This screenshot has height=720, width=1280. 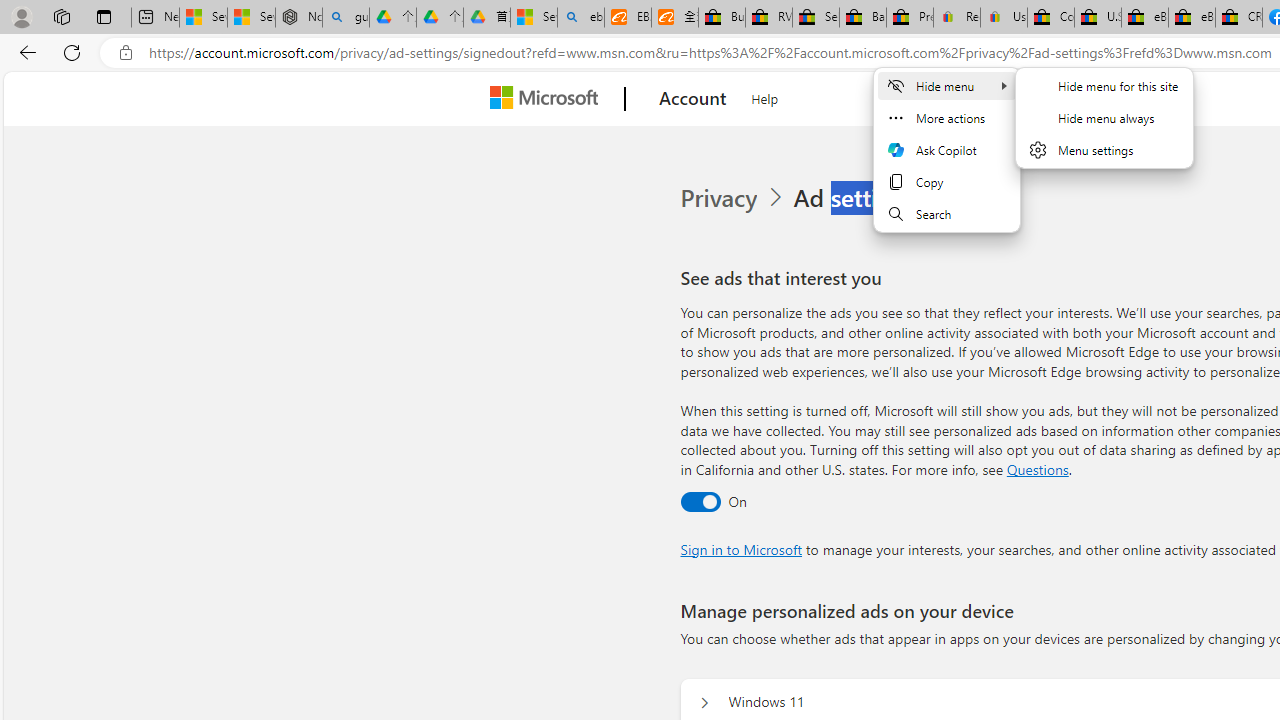 What do you see at coordinates (61, 16) in the screenshot?
I see `'Workspaces'` at bounding box center [61, 16].